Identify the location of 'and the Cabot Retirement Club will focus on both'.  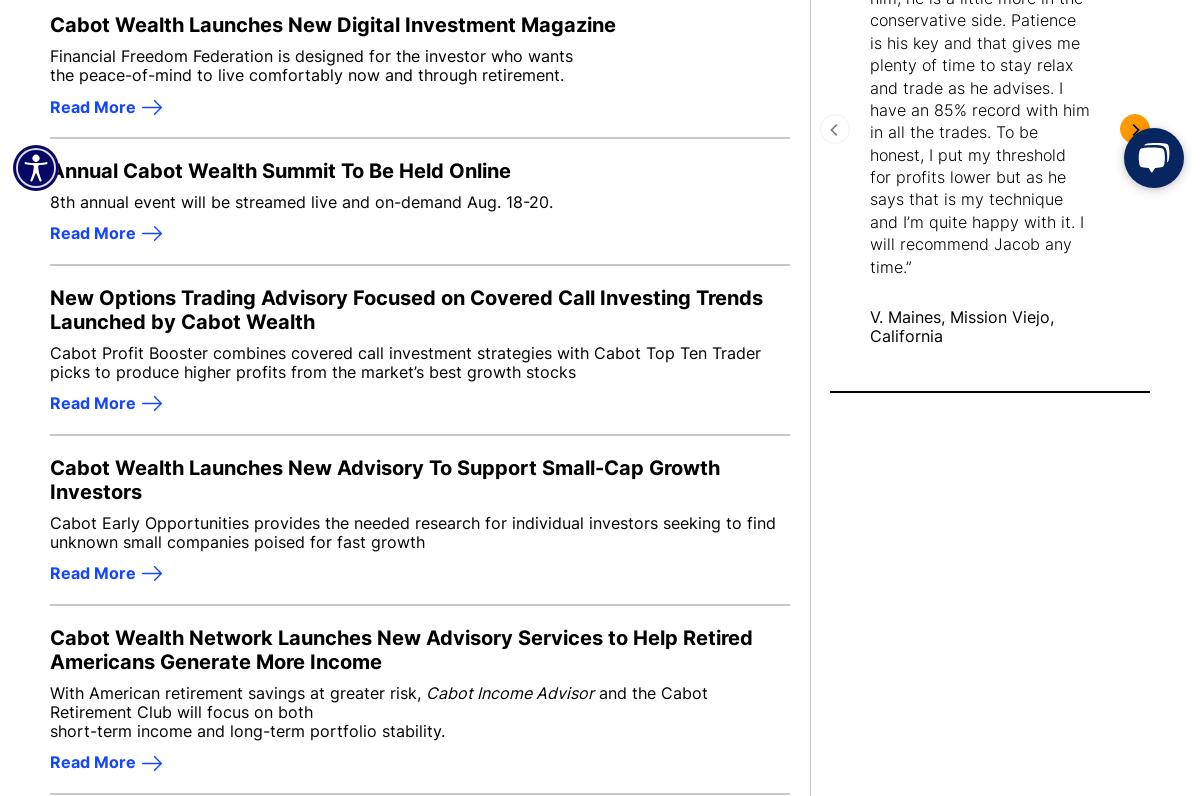
(378, 701).